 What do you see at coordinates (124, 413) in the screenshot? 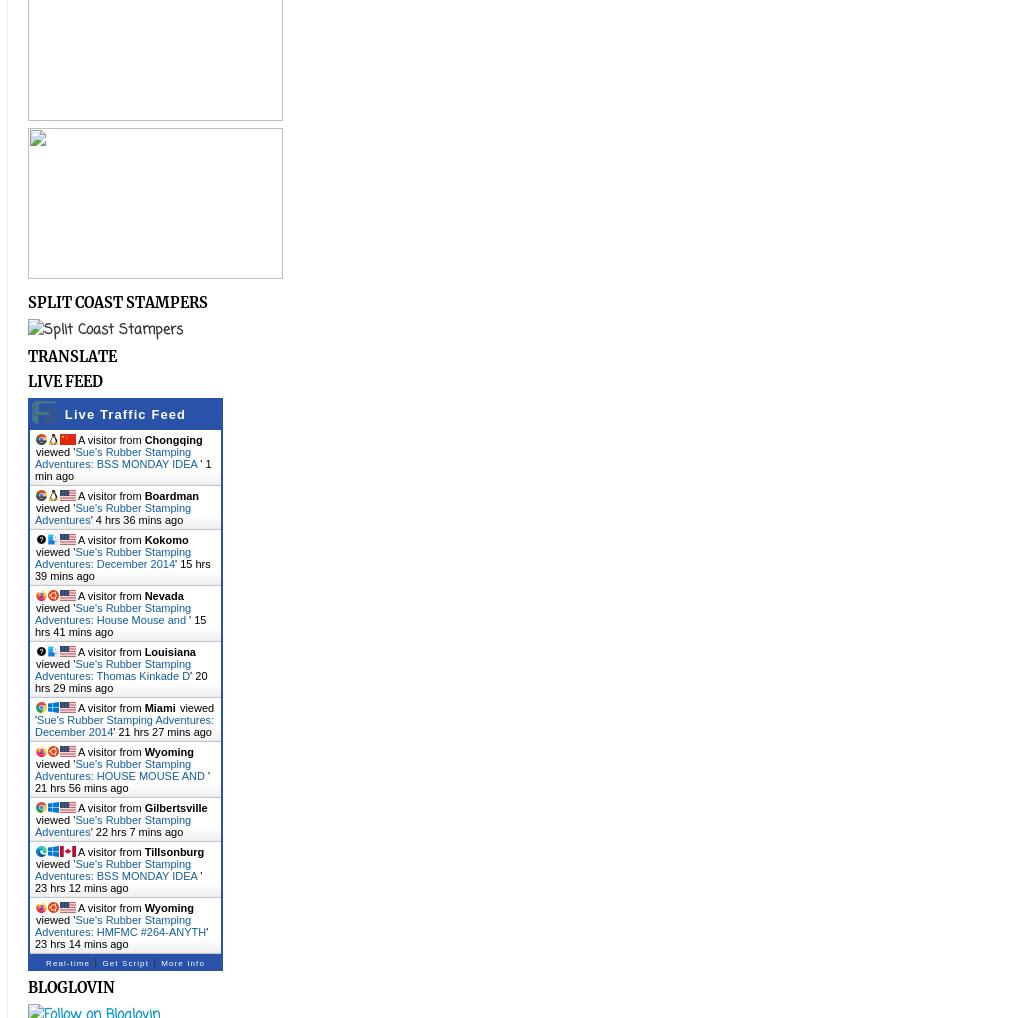
I see `'Live Traffic Feed'` at bounding box center [124, 413].